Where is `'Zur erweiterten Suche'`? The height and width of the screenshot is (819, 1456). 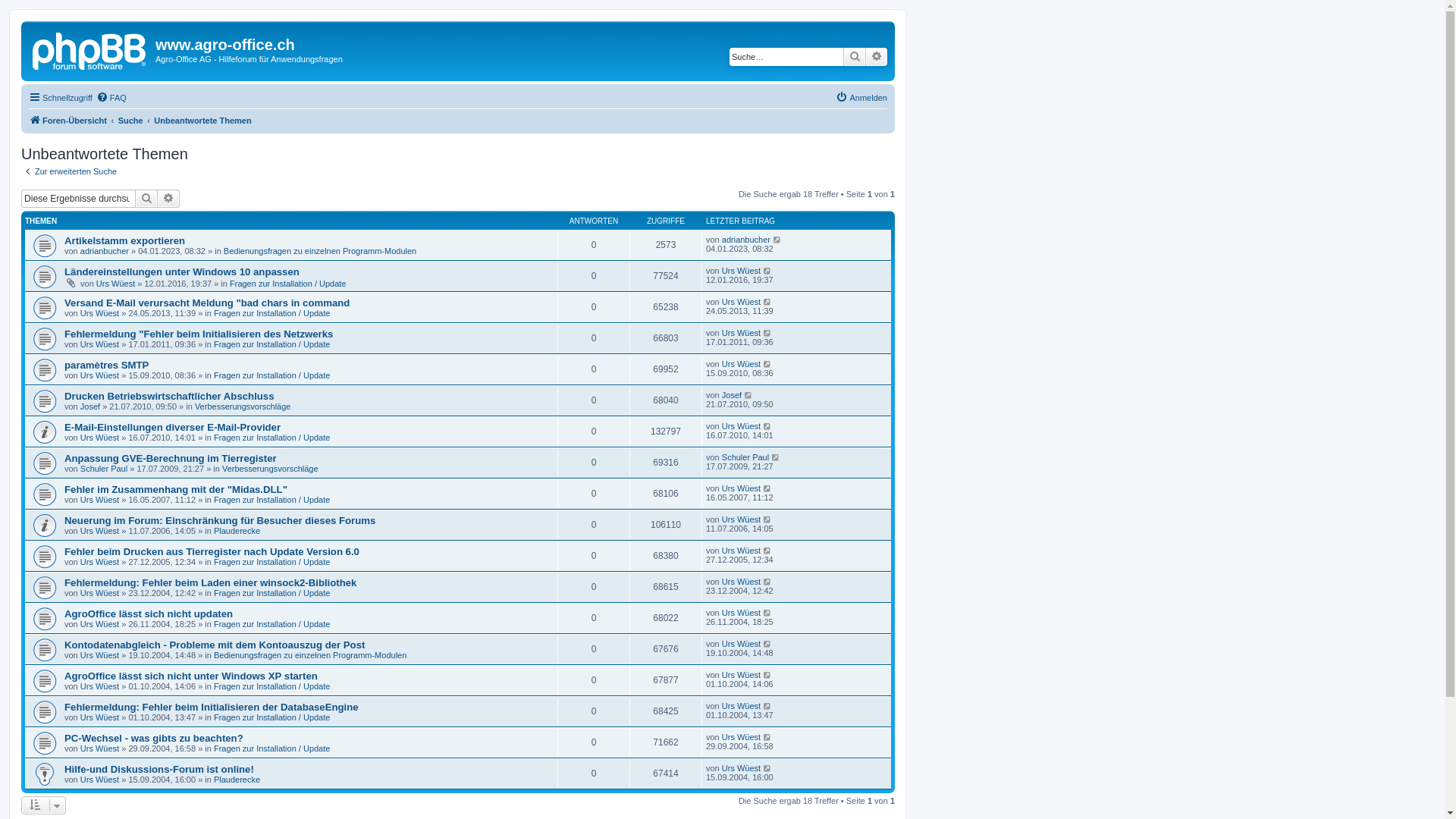 'Zur erweiterten Suche' is located at coordinates (68, 171).